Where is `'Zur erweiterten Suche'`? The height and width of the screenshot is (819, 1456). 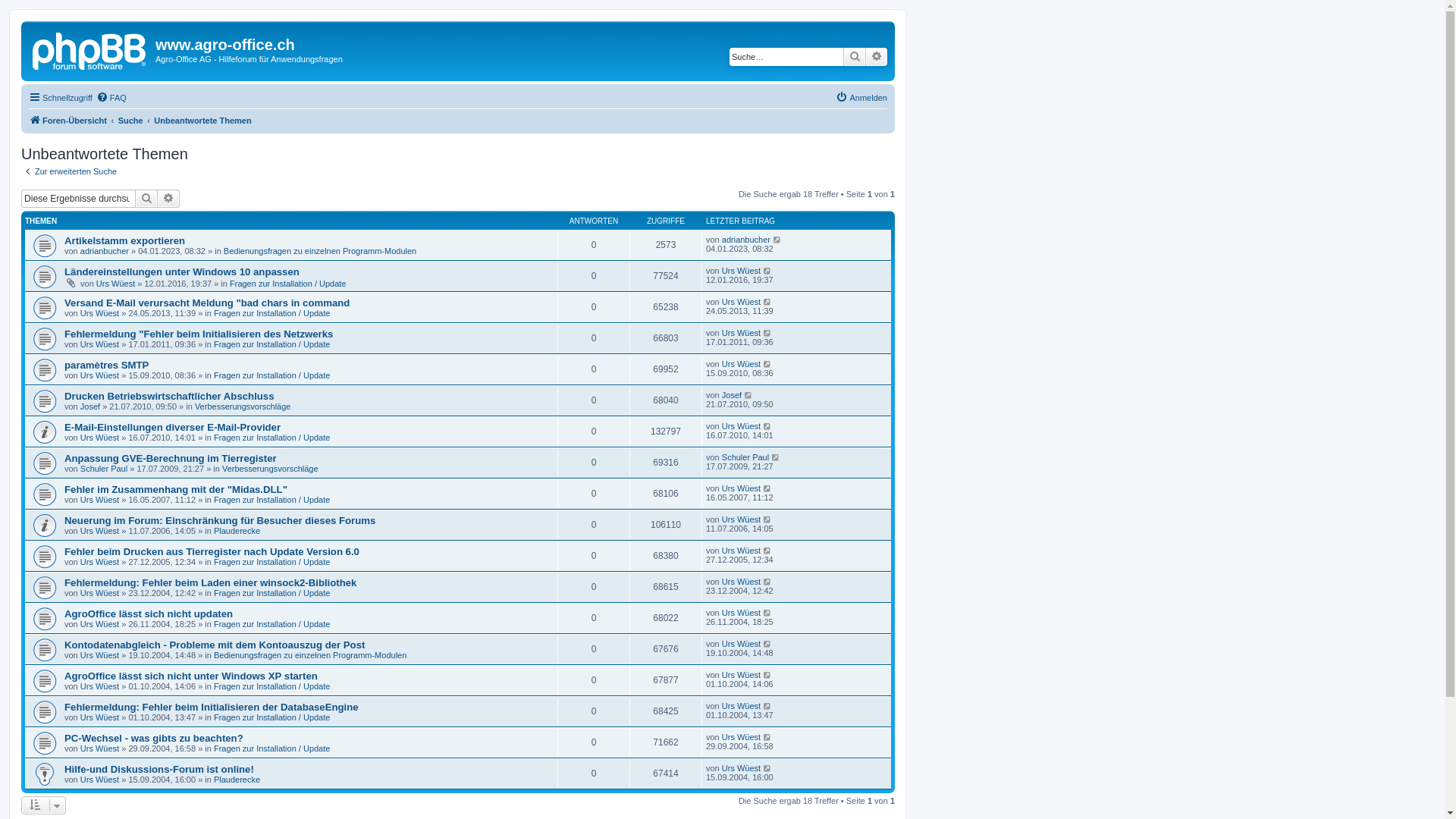 'Zur erweiterten Suche' is located at coordinates (68, 171).